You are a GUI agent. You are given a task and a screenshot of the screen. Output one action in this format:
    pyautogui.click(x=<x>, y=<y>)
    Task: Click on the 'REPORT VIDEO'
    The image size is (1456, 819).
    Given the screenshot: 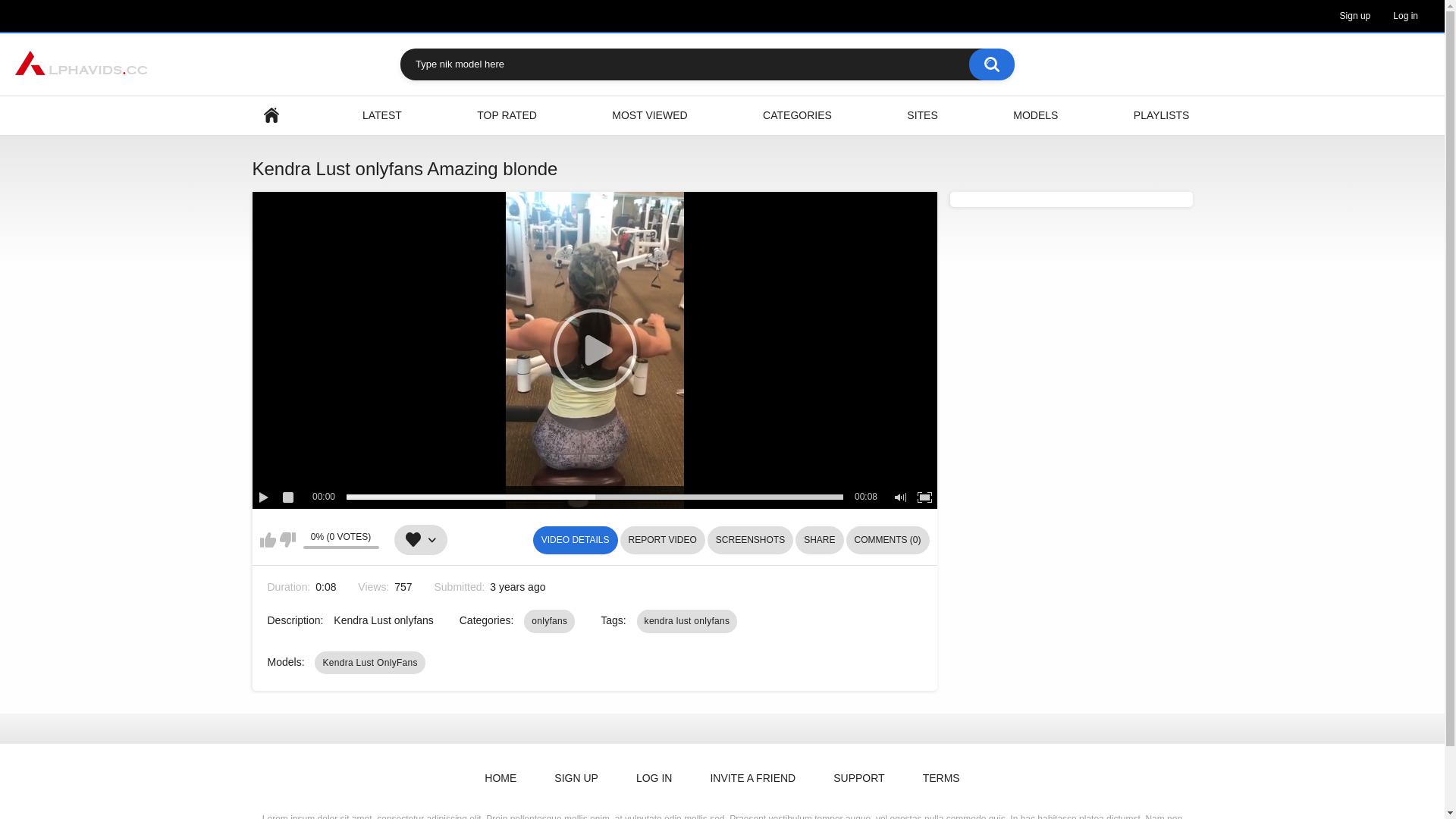 What is the action you would take?
    pyautogui.click(x=662, y=539)
    